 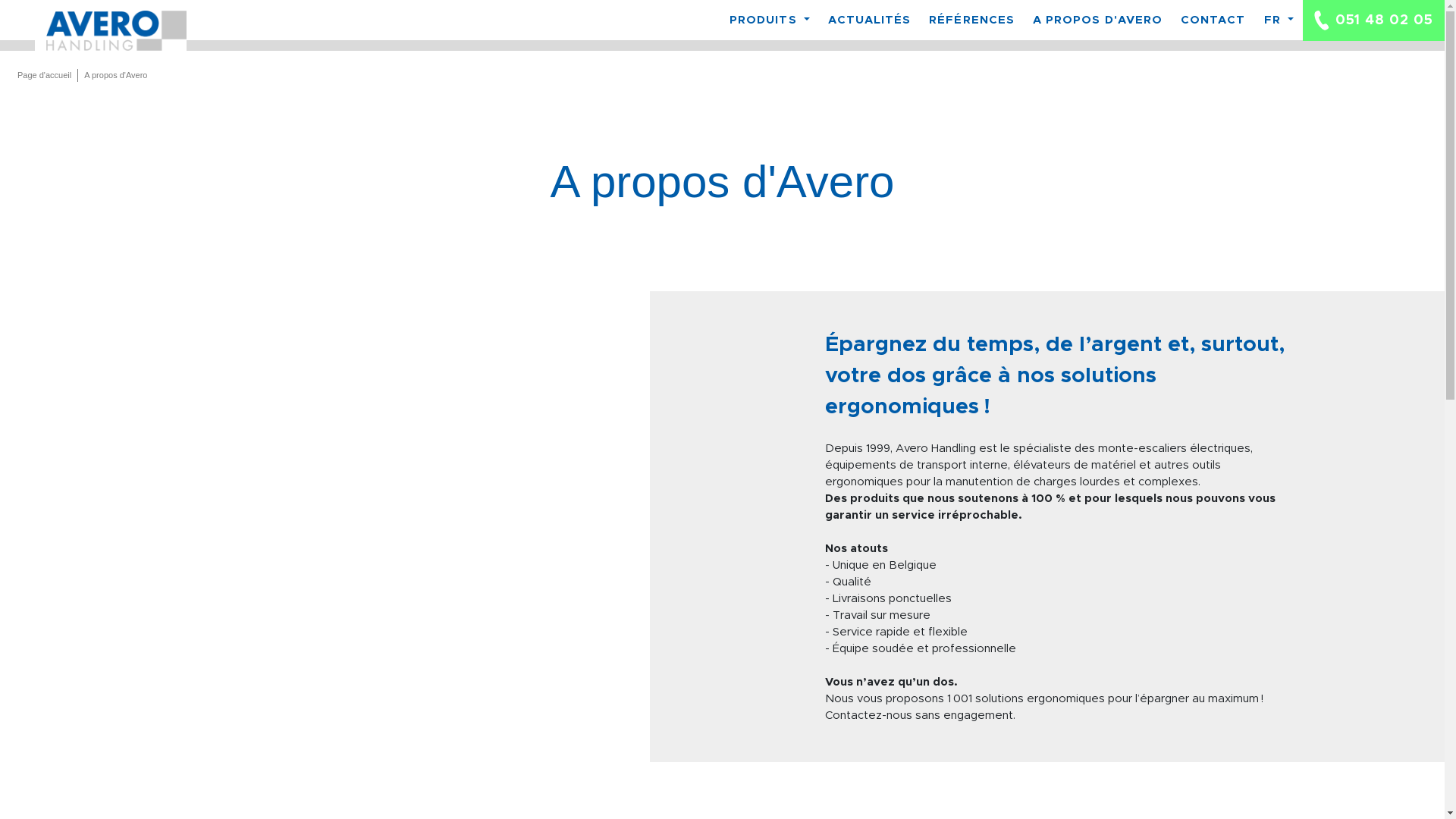 I want to click on '051 48 02 05', so click(x=1373, y=20).